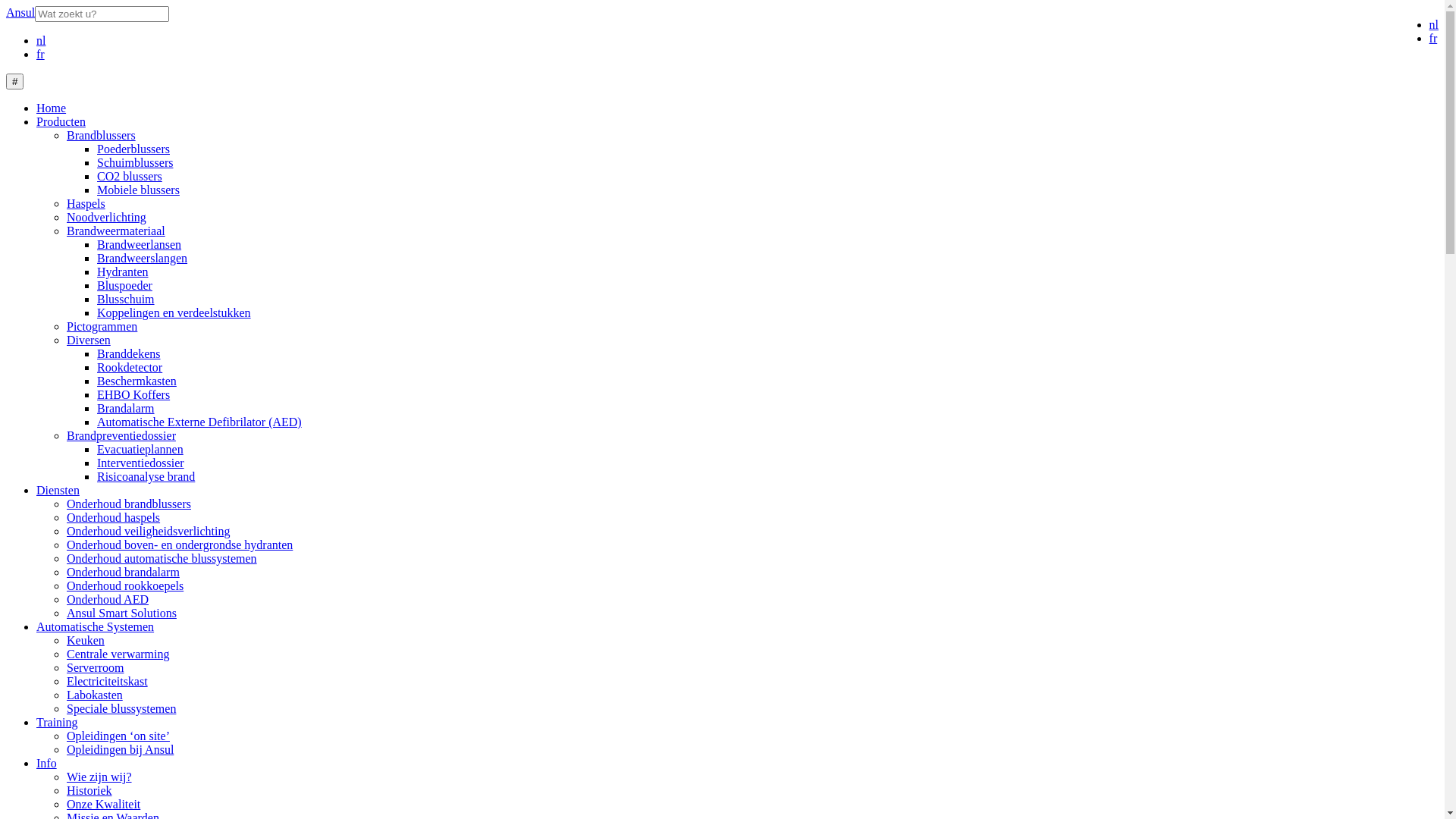 This screenshot has height=819, width=1456. I want to click on 'Hydranten', so click(123, 271).